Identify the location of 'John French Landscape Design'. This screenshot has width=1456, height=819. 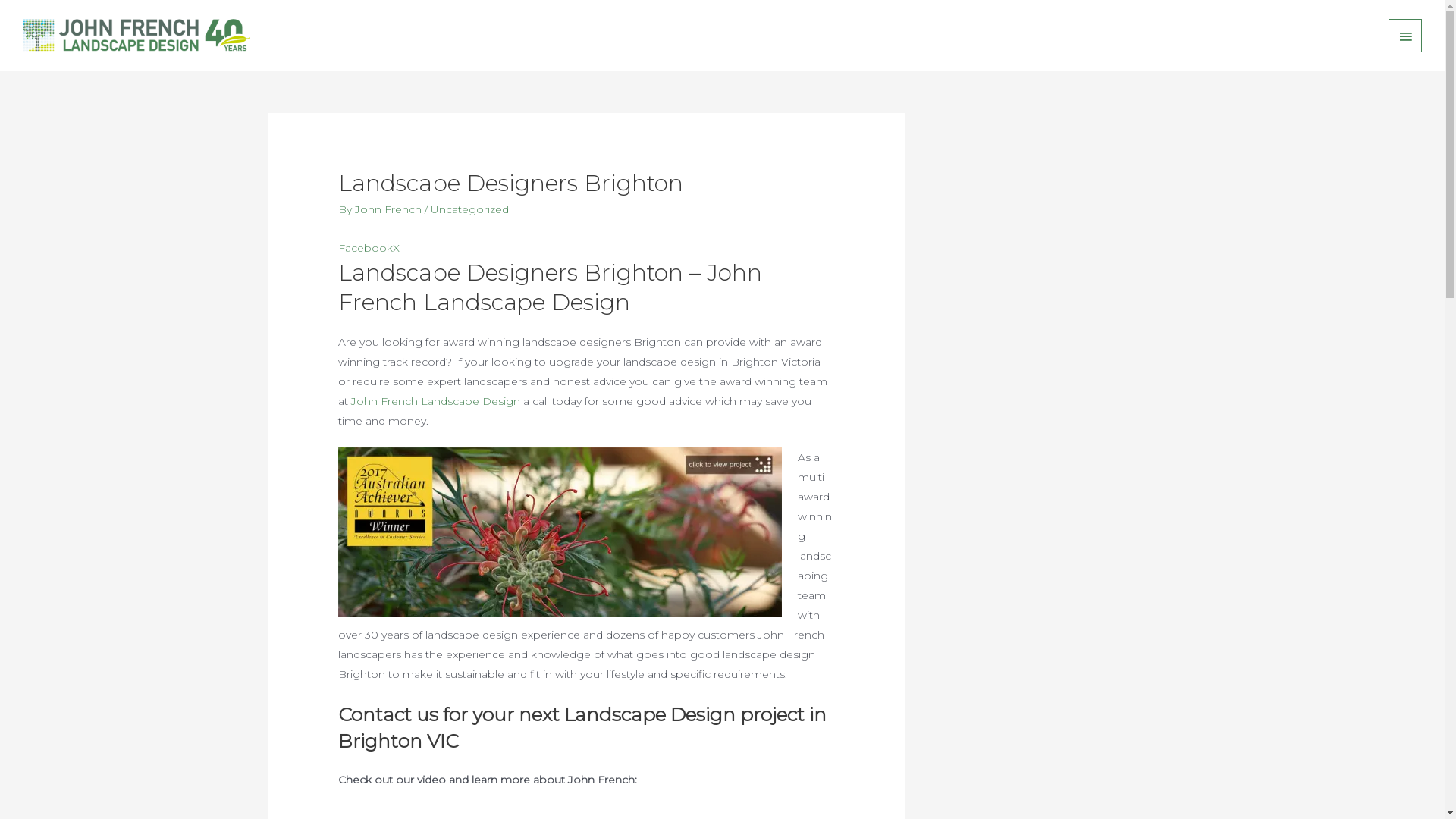
(350, 400).